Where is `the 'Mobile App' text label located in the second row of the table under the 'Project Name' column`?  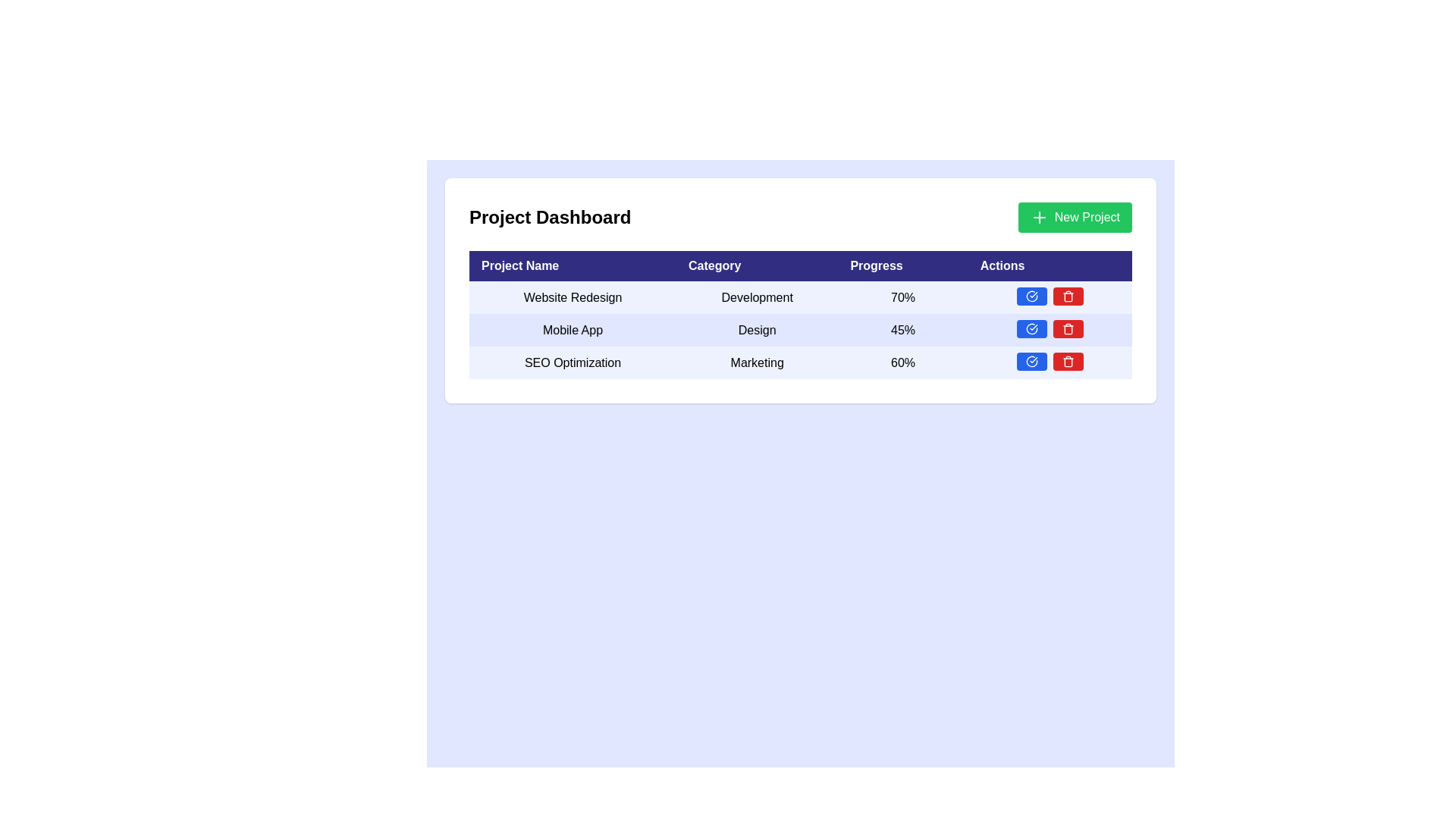 the 'Mobile App' text label located in the second row of the table under the 'Project Name' column is located at coordinates (572, 329).